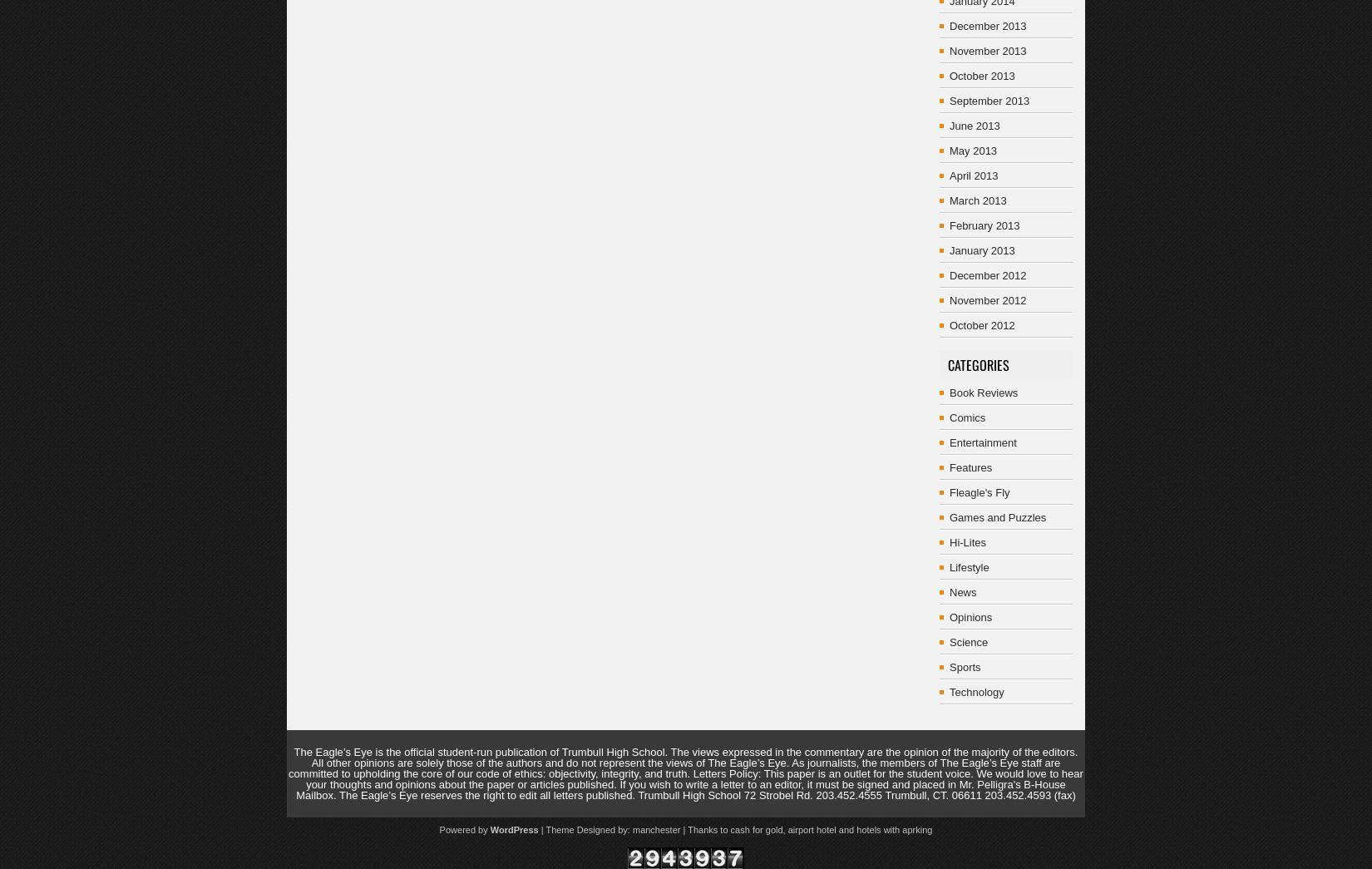 This screenshot has width=1372, height=869. I want to click on 'Science', so click(969, 642).